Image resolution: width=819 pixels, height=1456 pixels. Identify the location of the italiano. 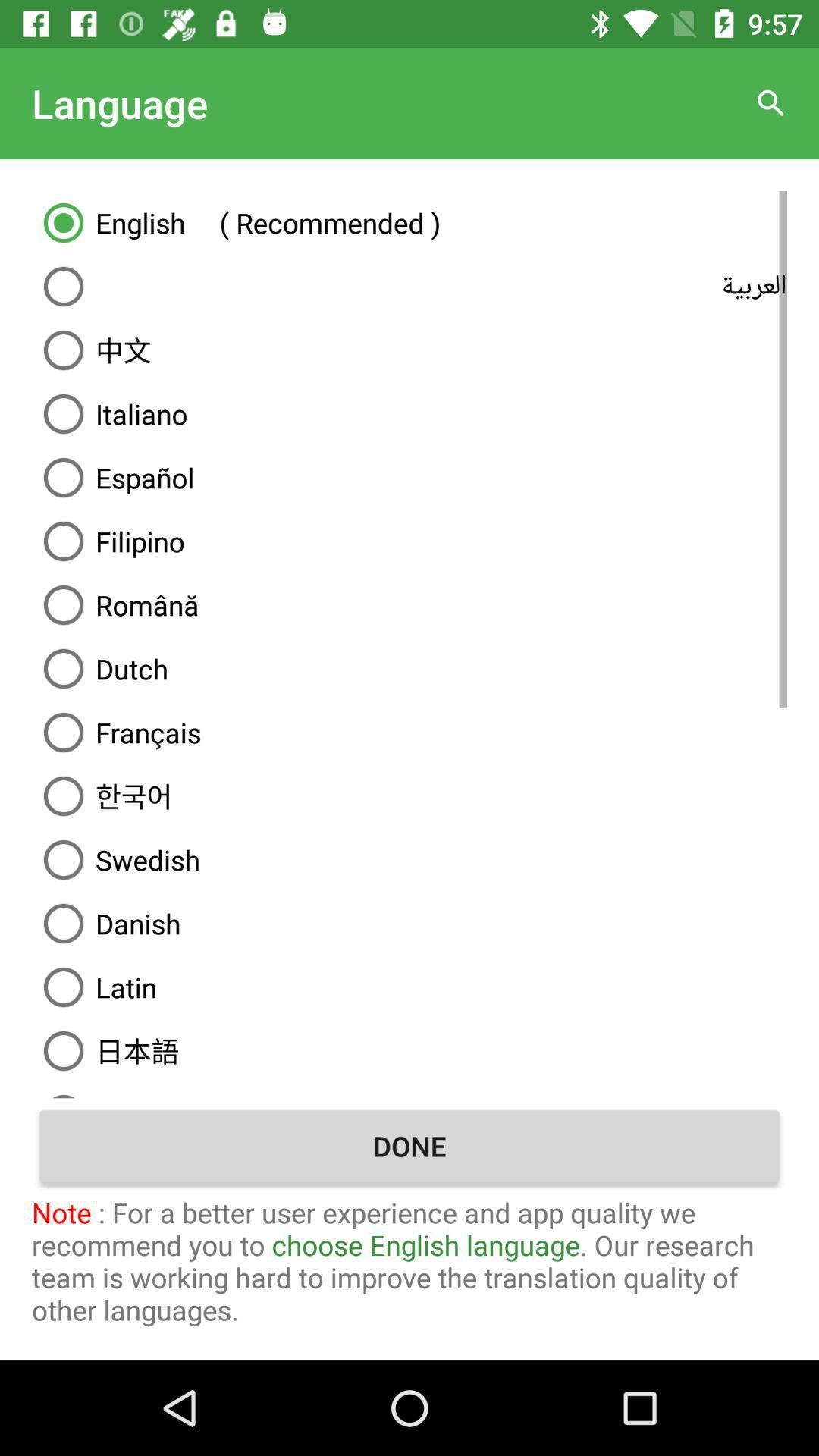
(409, 414).